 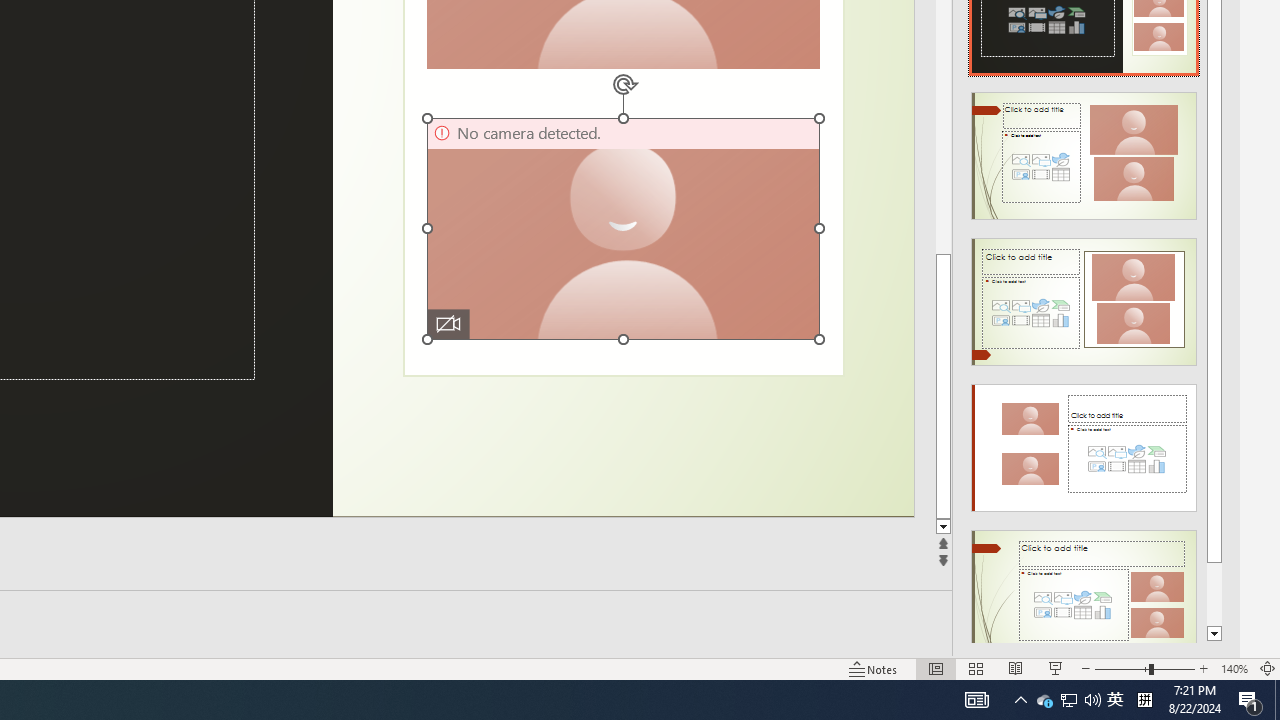 What do you see at coordinates (1083, 586) in the screenshot?
I see `'Design Idea'` at bounding box center [1083, 586].